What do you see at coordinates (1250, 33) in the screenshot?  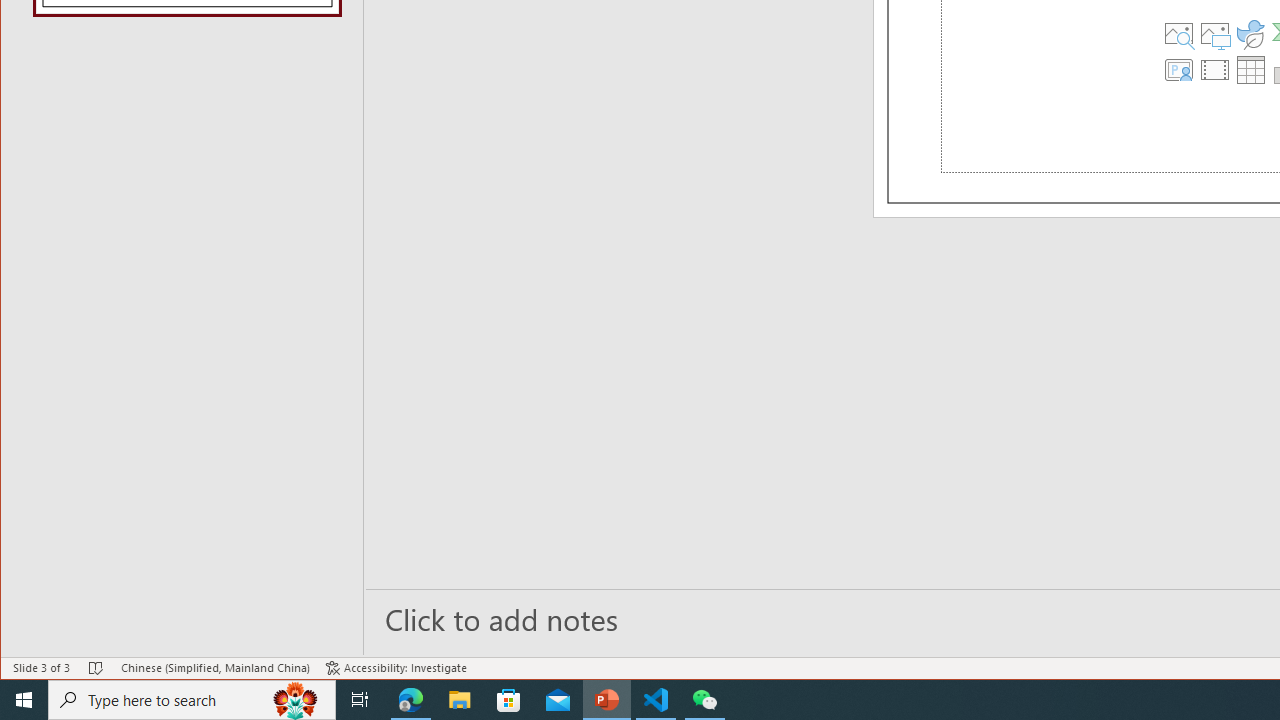 I see `'Insert an Icon'` at bounding box center [1250, 33].